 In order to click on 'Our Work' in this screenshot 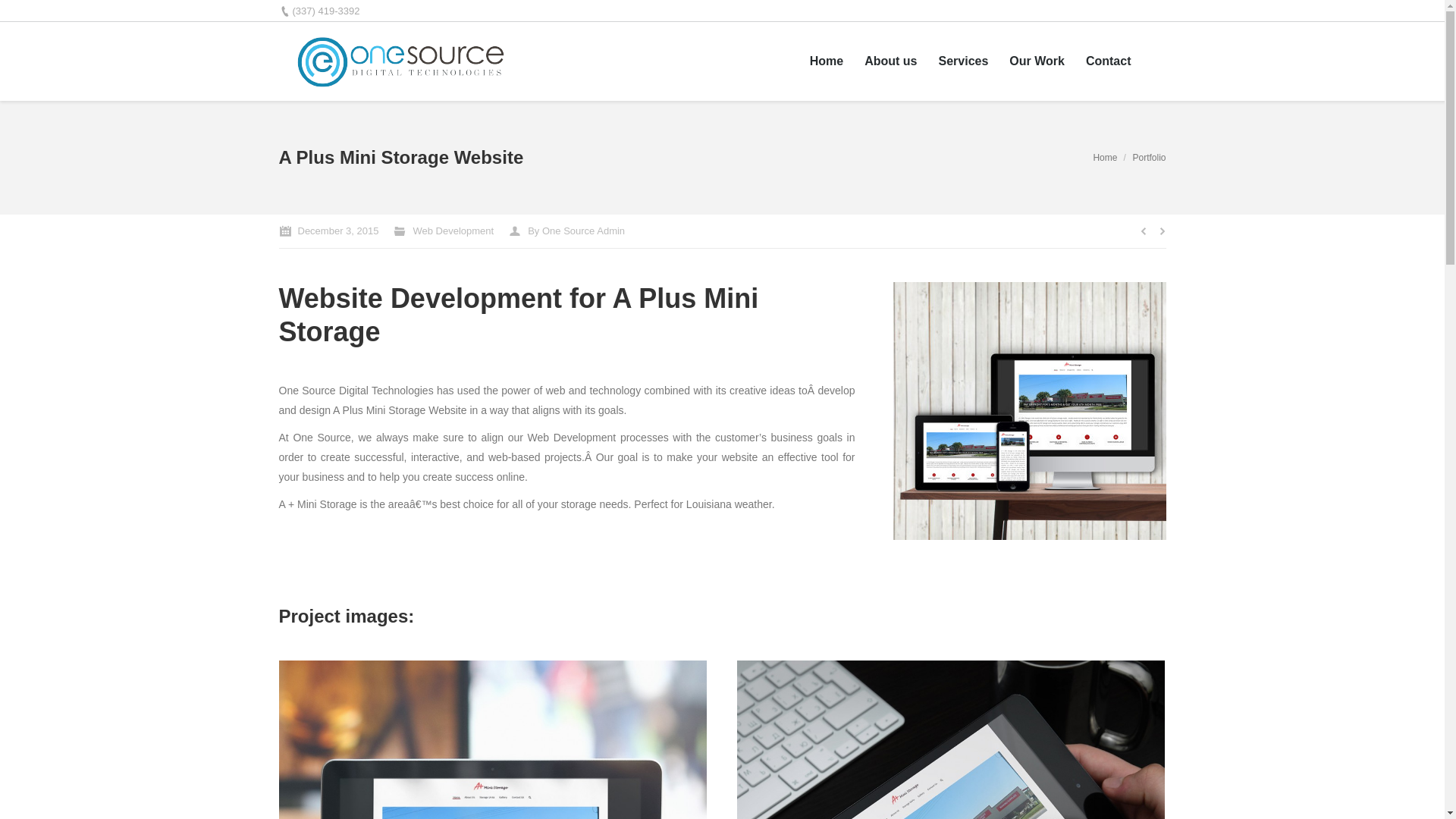, I will do `click(1036, 61)`.